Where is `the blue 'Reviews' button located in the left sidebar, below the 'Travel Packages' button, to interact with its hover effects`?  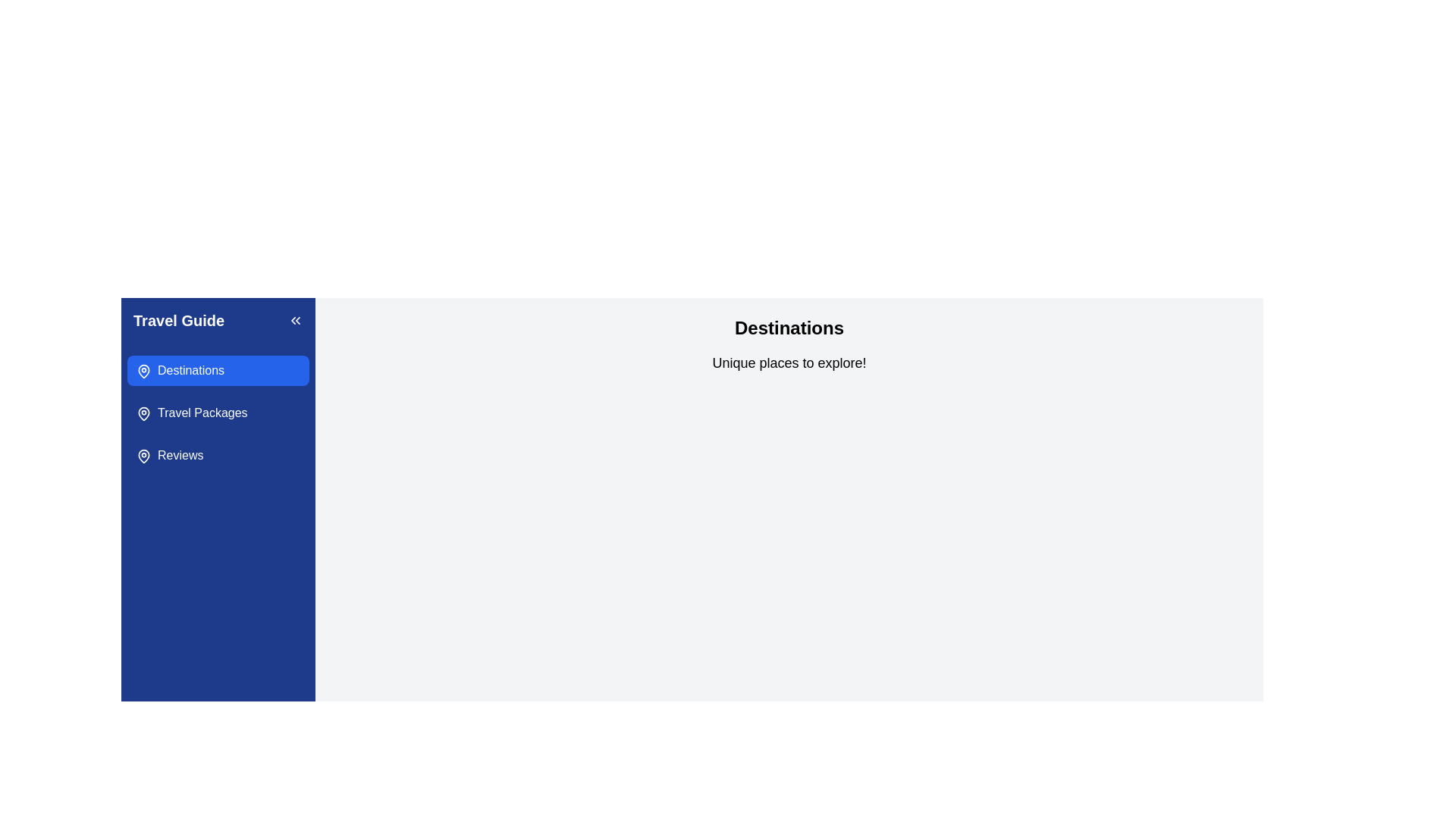 the blue 'Reviews' button located in the left sidebar, below the 'Travel Packages' button, to interact with its hover effects is located at coordinates (218, 455).